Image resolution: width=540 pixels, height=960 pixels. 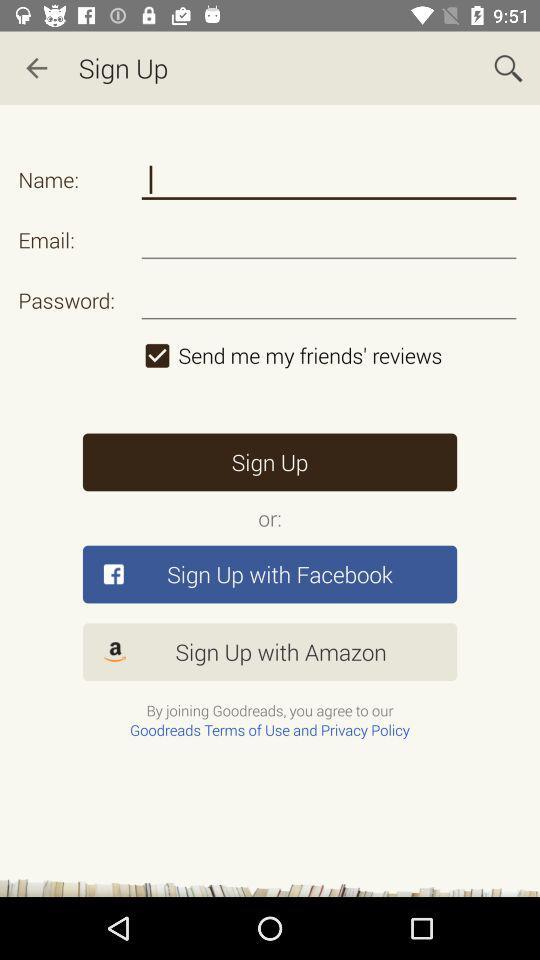 What do you see at coordinates (36, 68) in the screenshot?
I see `item next to sign up app` at bounding box center [36, 68].